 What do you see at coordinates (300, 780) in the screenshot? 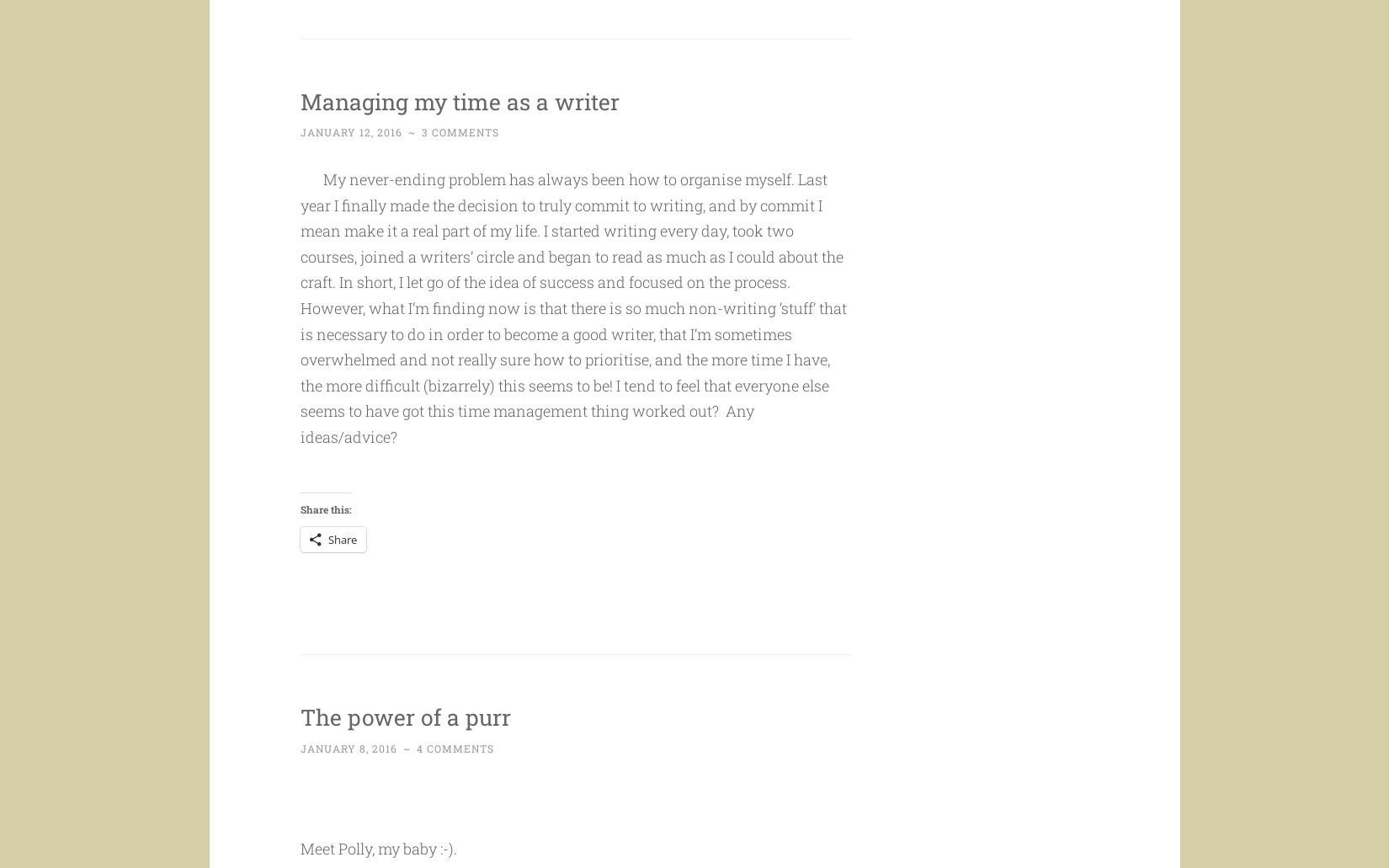
I see `'January 8, 2016'` at bounding box center [300, 780].